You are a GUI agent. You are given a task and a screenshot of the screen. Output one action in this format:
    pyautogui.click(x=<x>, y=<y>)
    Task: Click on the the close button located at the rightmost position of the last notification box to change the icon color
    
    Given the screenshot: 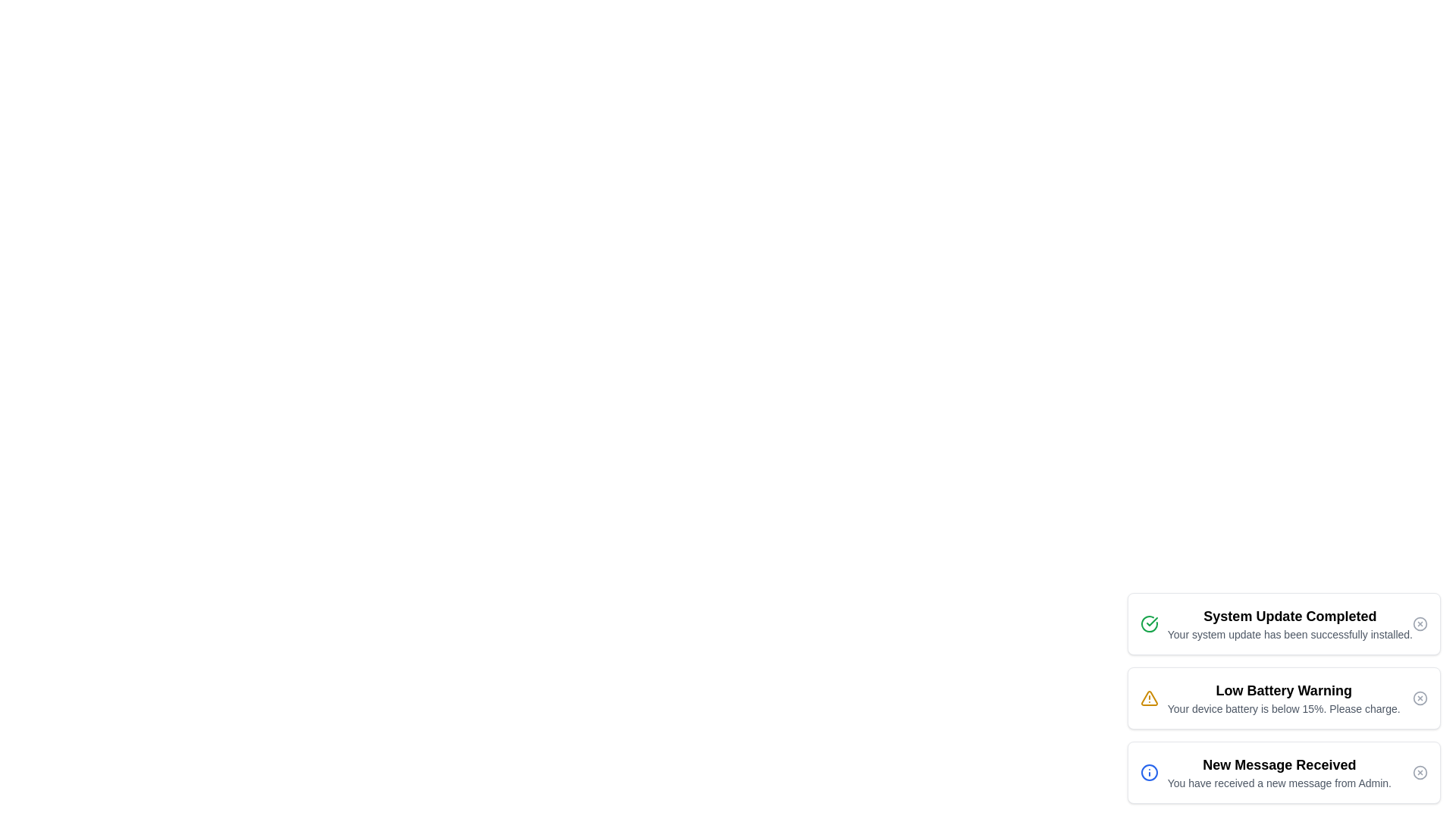 What is the action you would take?
    pyautogui.click(x=1419, y=772)
    